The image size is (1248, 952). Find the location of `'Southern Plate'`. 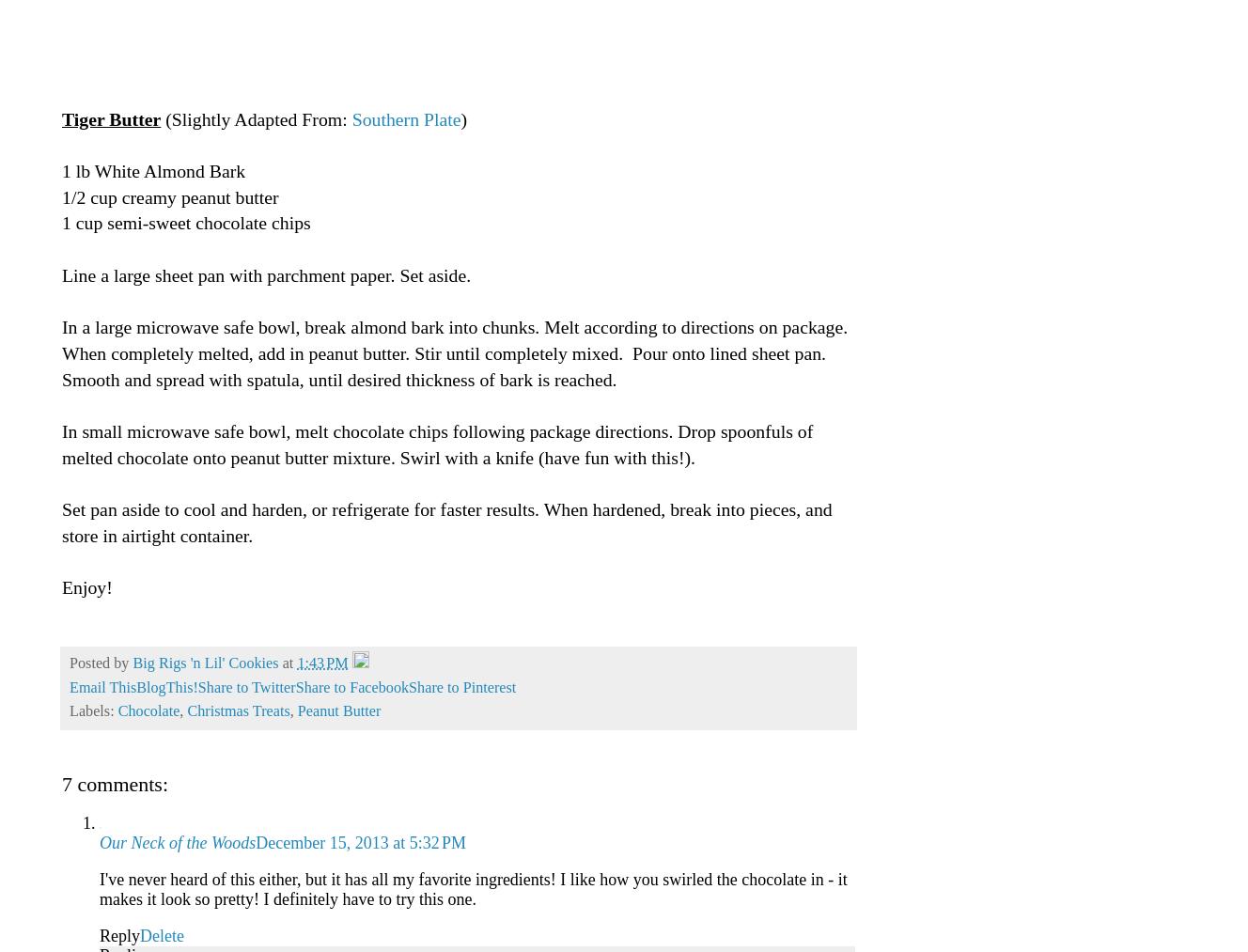

'Southern Plate' is located at coordinates (405, 118).